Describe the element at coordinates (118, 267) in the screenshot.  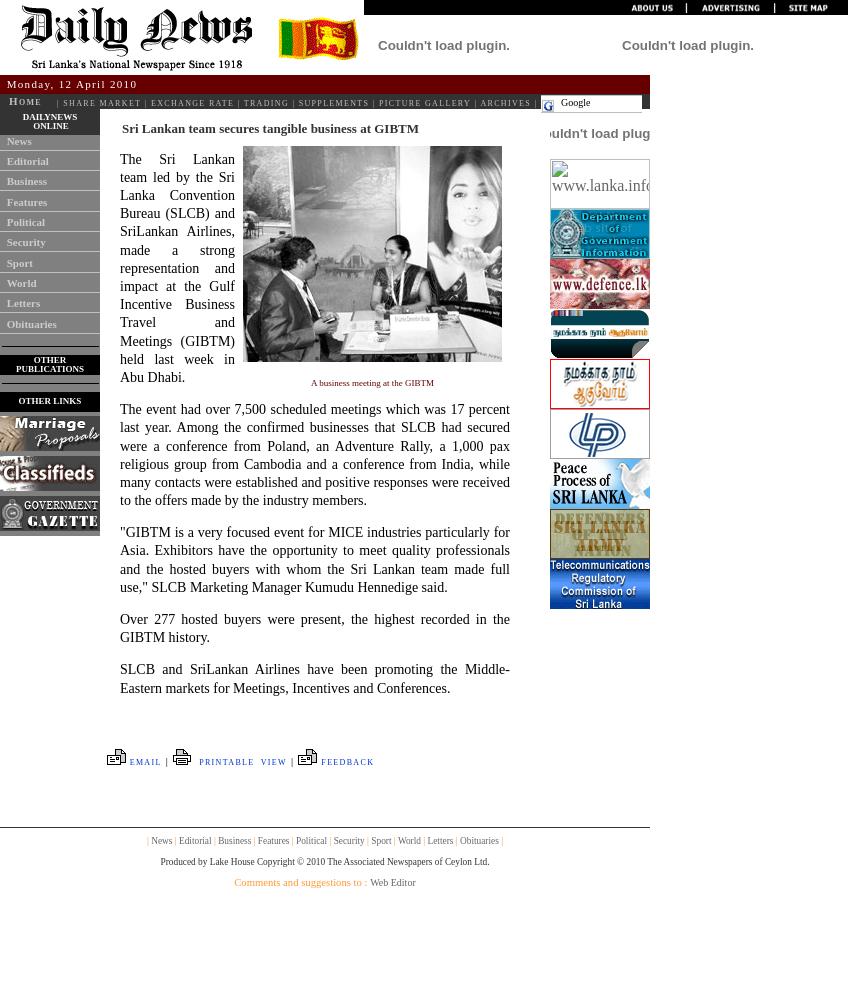
I see `'The Sri Lankan team led by the Sri Lanka Convention Bureau (SLCB) and 
		SriLankan Airlines, made a strong representation and impact at the Gulf 
		Incentive Business Travel and Meetings (GIBTM) held last week in Abu 
		Dhabi.'` at that location.